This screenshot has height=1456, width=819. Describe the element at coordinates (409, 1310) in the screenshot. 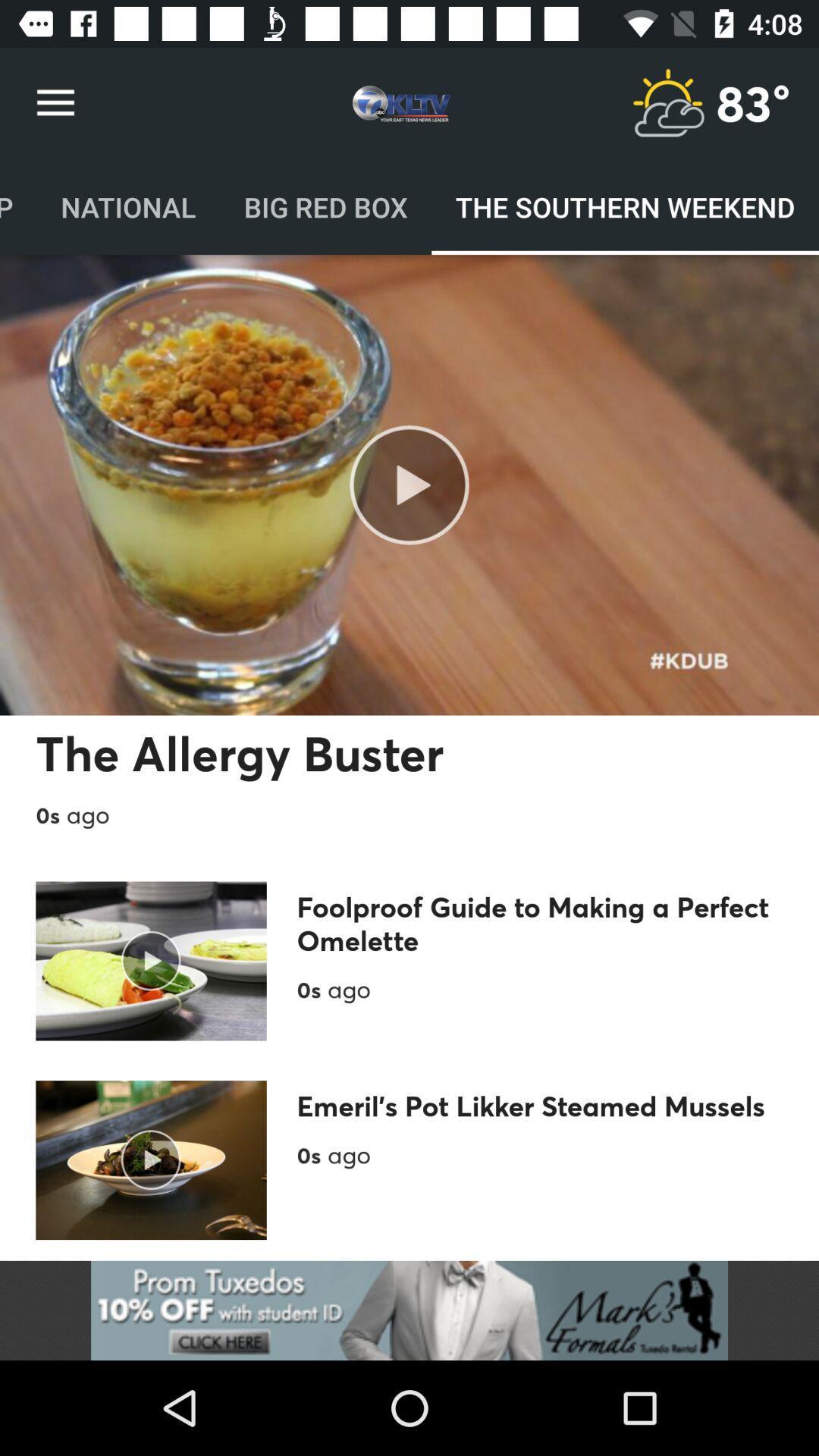

I see `open the advertisement link` at that location.